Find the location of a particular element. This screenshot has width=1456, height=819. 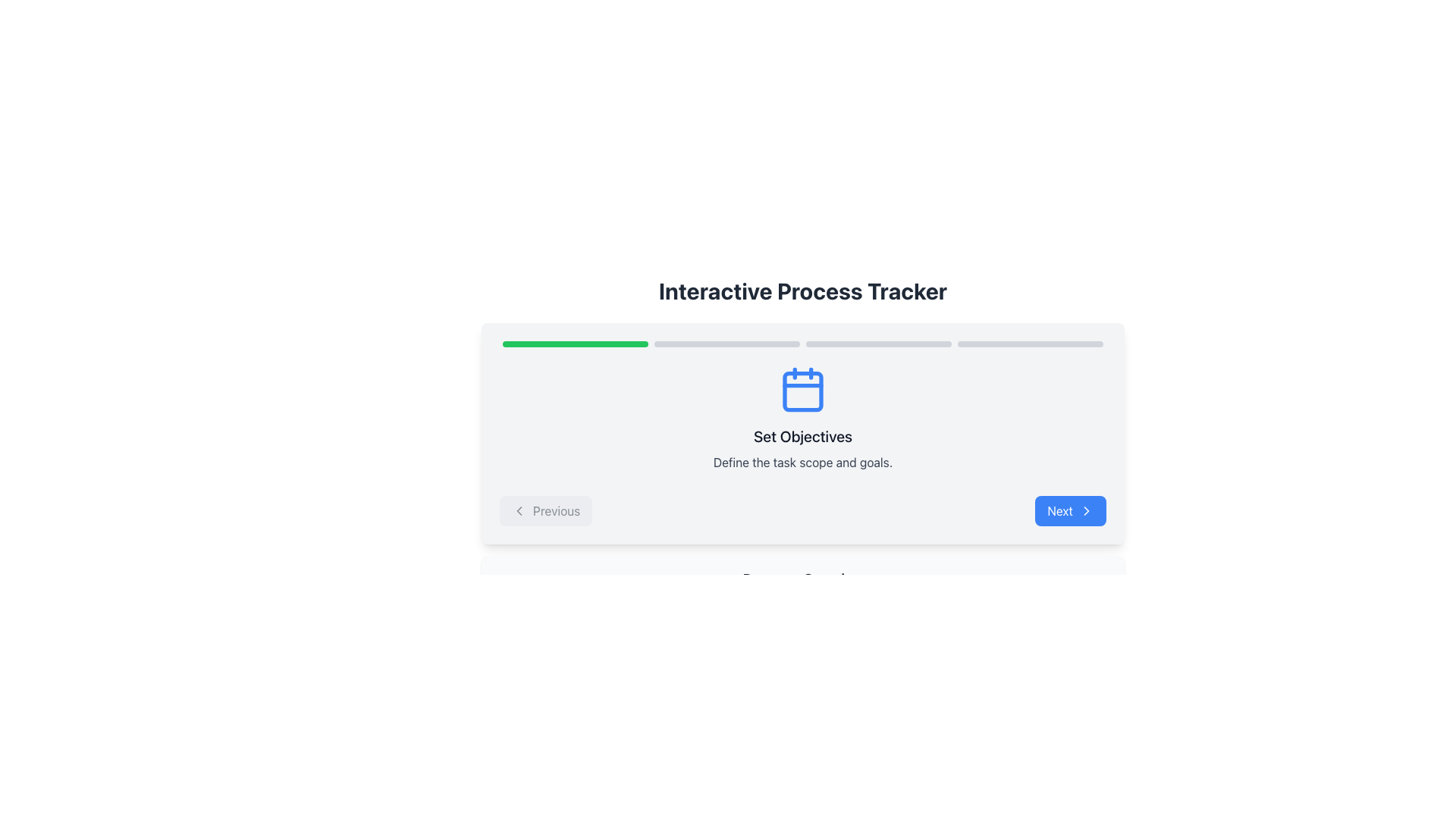

the Calendar Body icon component, which is a rectangular element with rounded corners, centrally located underneath the hooks of the calendar icon is located at coordinates (802, 391).